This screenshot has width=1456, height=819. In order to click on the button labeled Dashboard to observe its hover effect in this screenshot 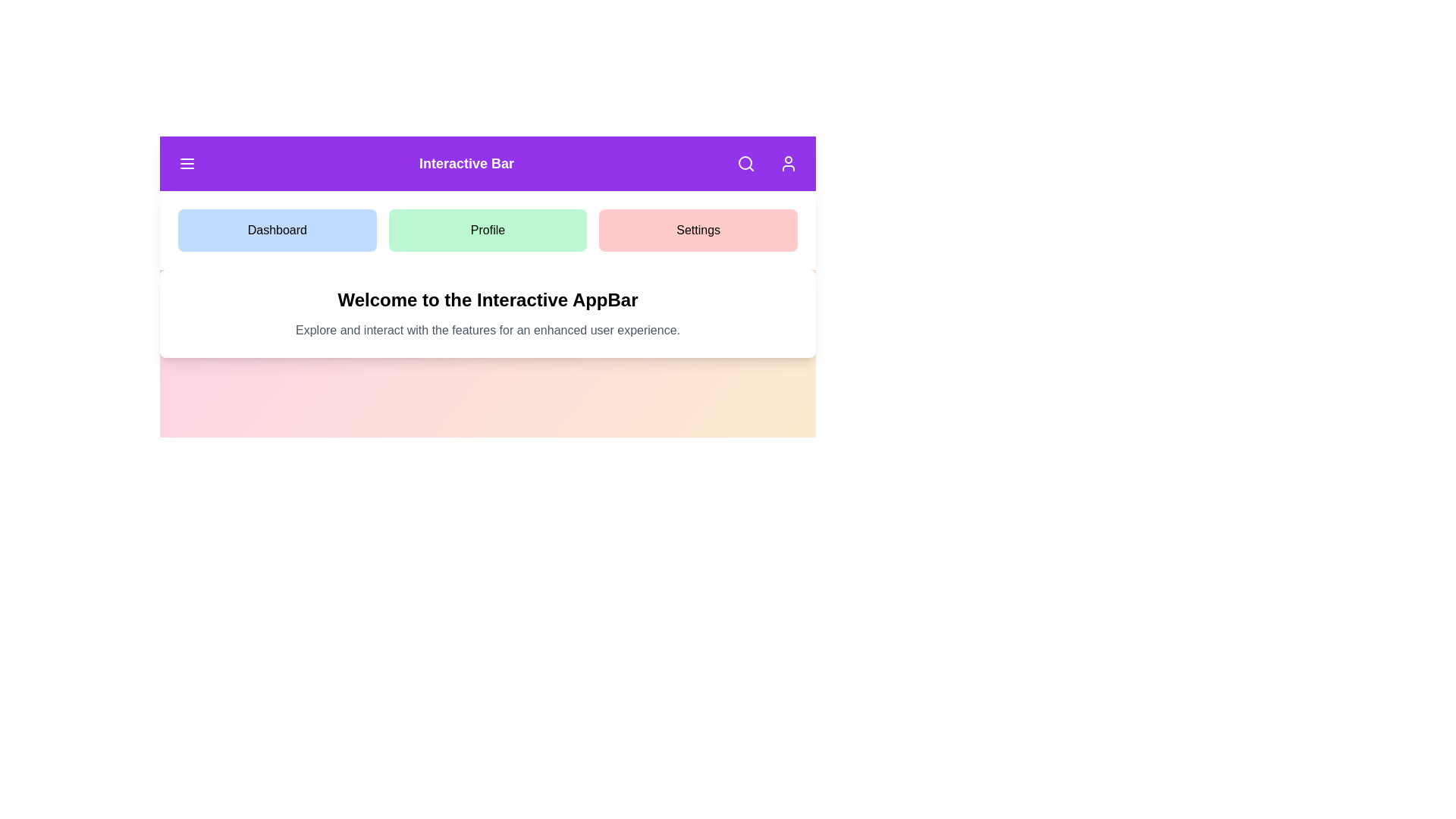, I will do `click(276, 231)`.